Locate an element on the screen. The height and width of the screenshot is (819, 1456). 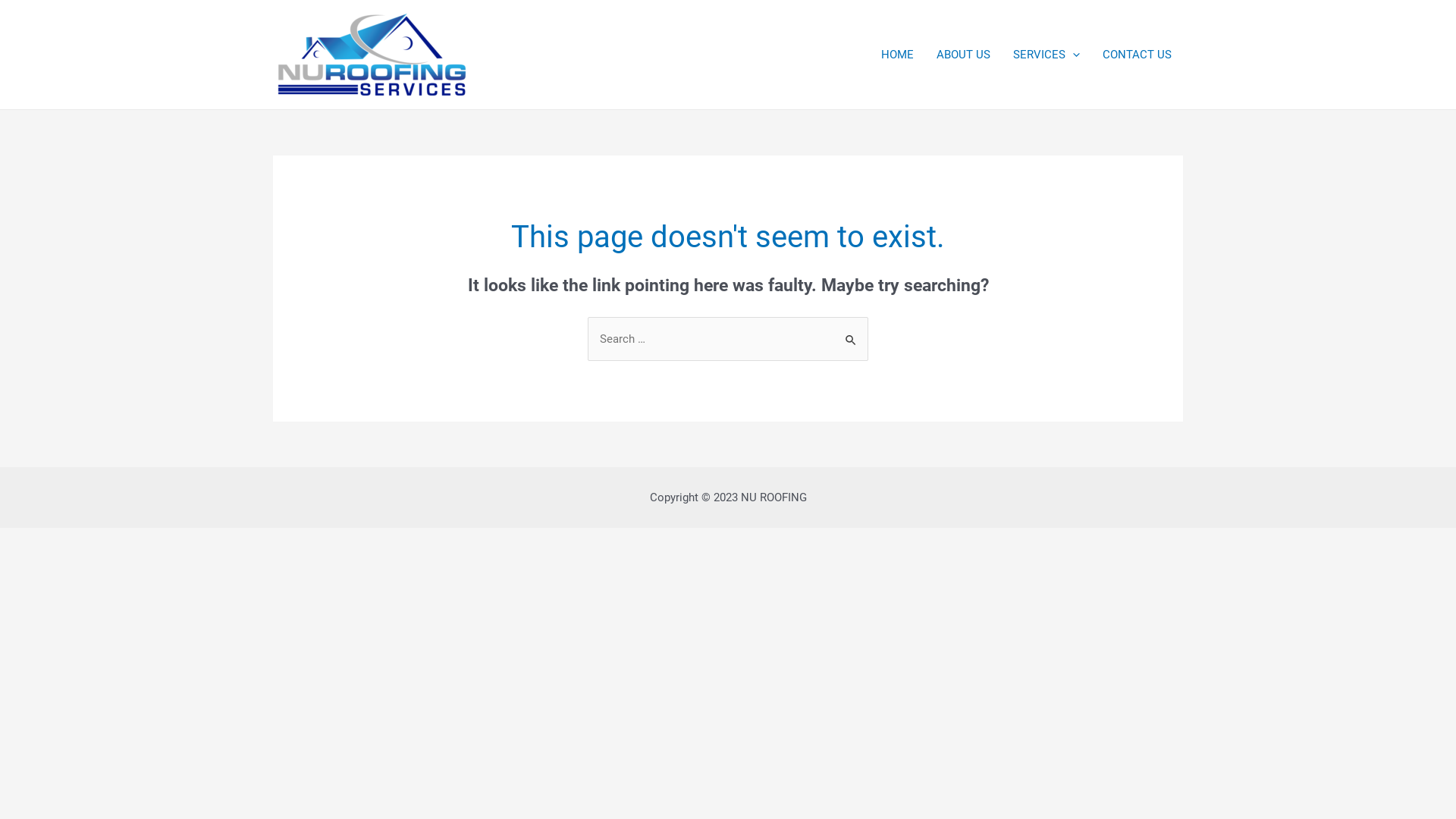
'CONTACT US' is located at coordinates (1090, 54).